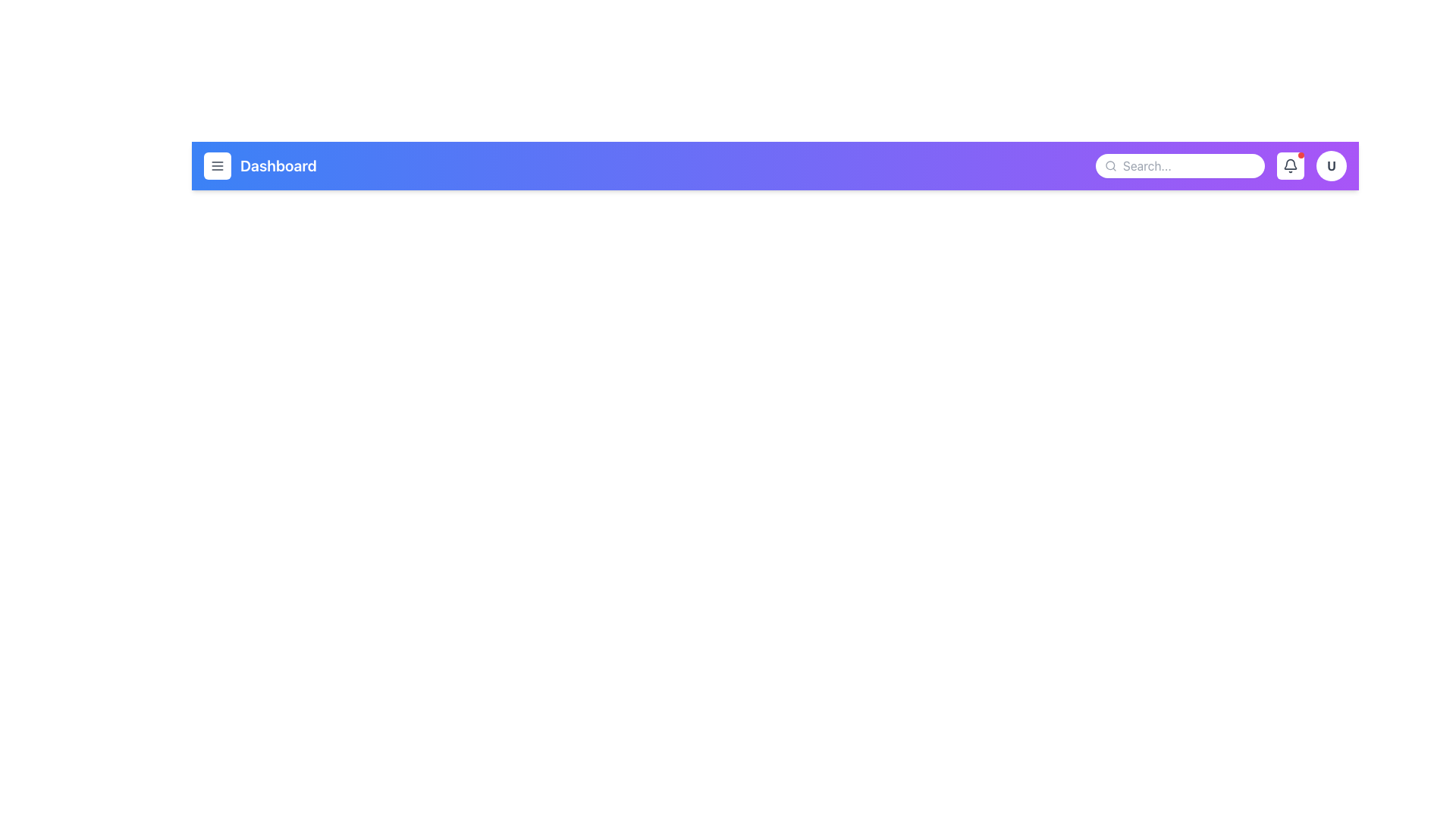 The image size is (1456, 819). I want to click on on the Avatar or Profile Placeholder located on the right edge of the top navigation bar, which serves as an entry point for accessing user-related actions, so click(1331, 166).